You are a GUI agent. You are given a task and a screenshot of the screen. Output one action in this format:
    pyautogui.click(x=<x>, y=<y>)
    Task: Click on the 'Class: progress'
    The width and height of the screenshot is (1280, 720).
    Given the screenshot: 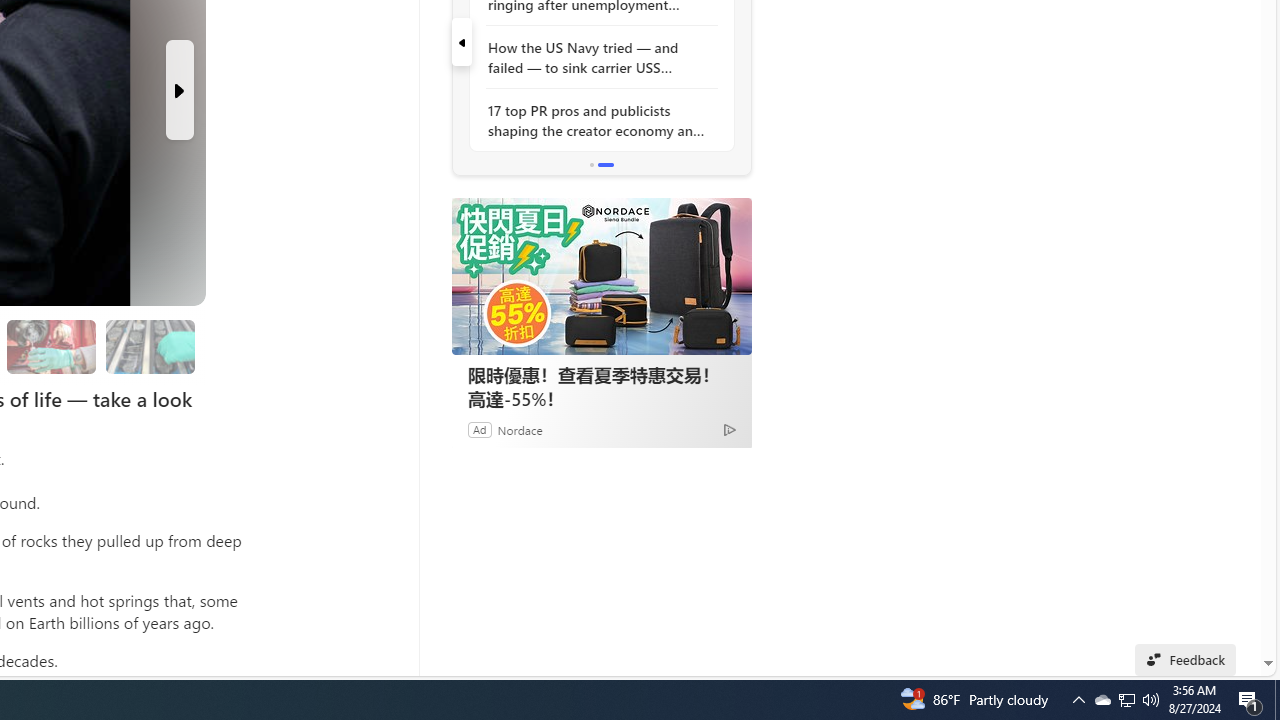 What is the action you would take?
    pyautogui.click(x=149, y=342)
    